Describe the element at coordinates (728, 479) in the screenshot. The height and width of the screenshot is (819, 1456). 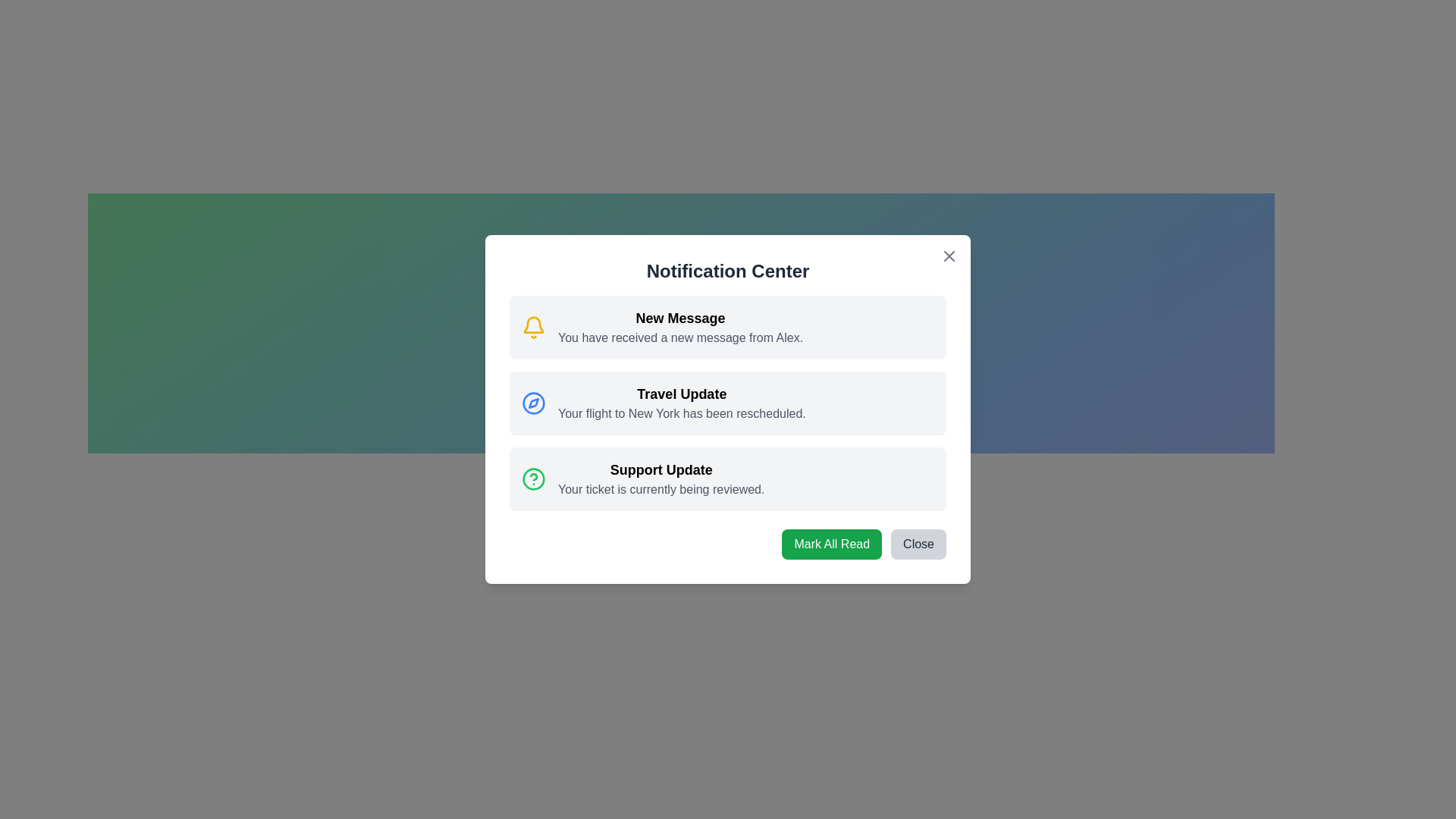
I see `the information in the third notification card about the ticket status under review, which is located below the 'Travel Update' notification and above the 'Mark All Read' and 'Close' buttons` at that location.